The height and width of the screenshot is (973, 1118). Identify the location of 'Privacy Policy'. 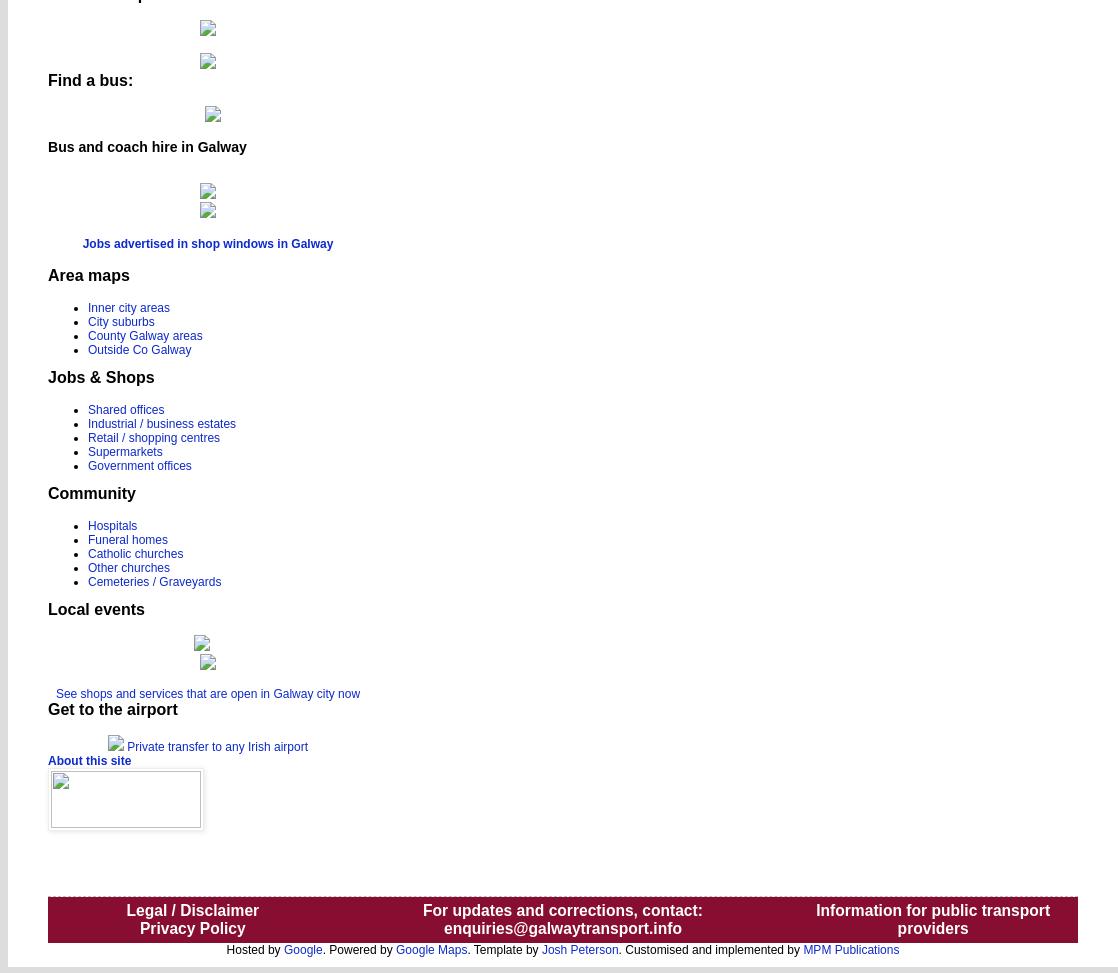
(191, 926).